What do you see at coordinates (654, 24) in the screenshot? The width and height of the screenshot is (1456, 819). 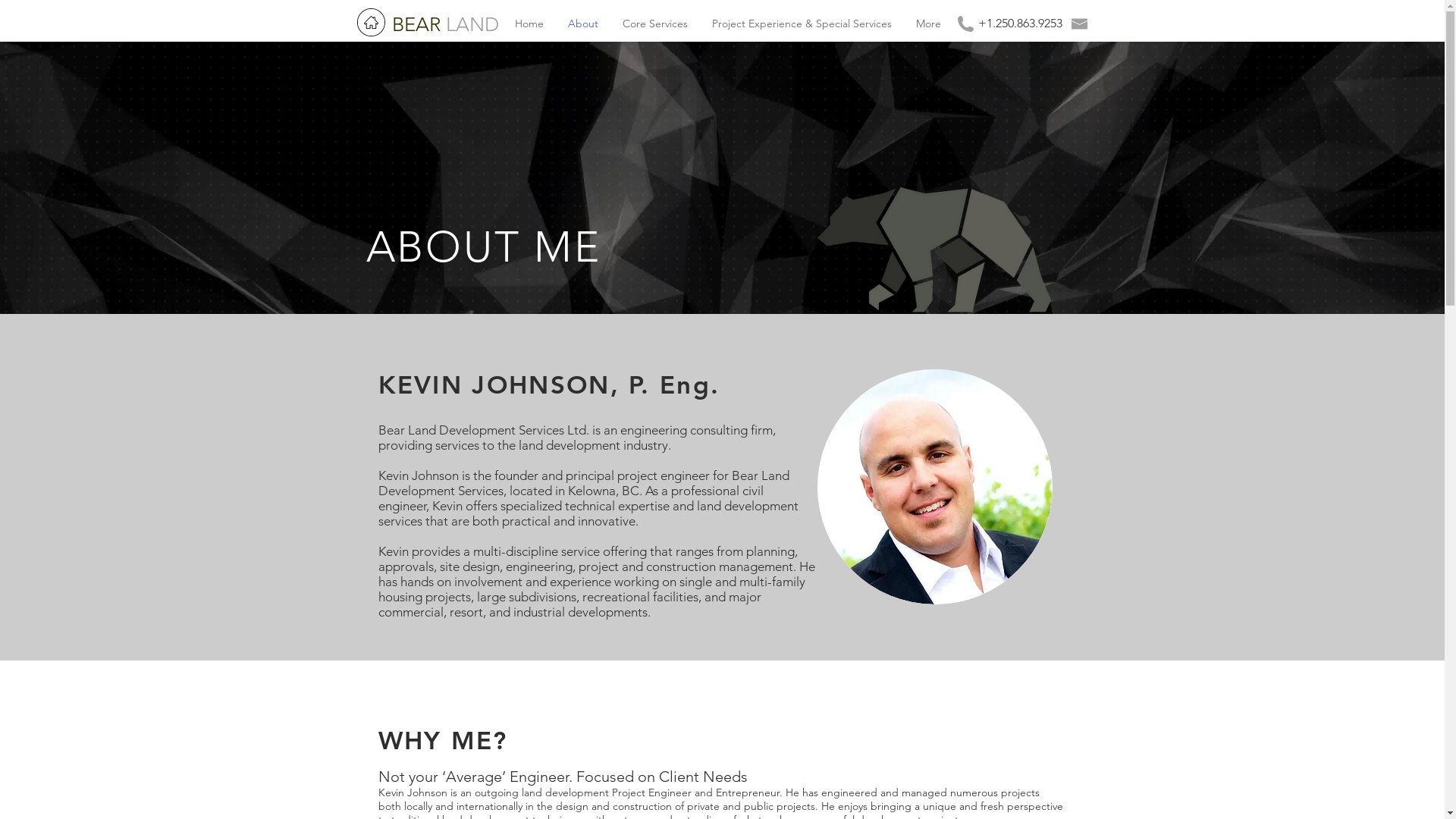 I see `'Core Services'` at bounding box center [654, 24].